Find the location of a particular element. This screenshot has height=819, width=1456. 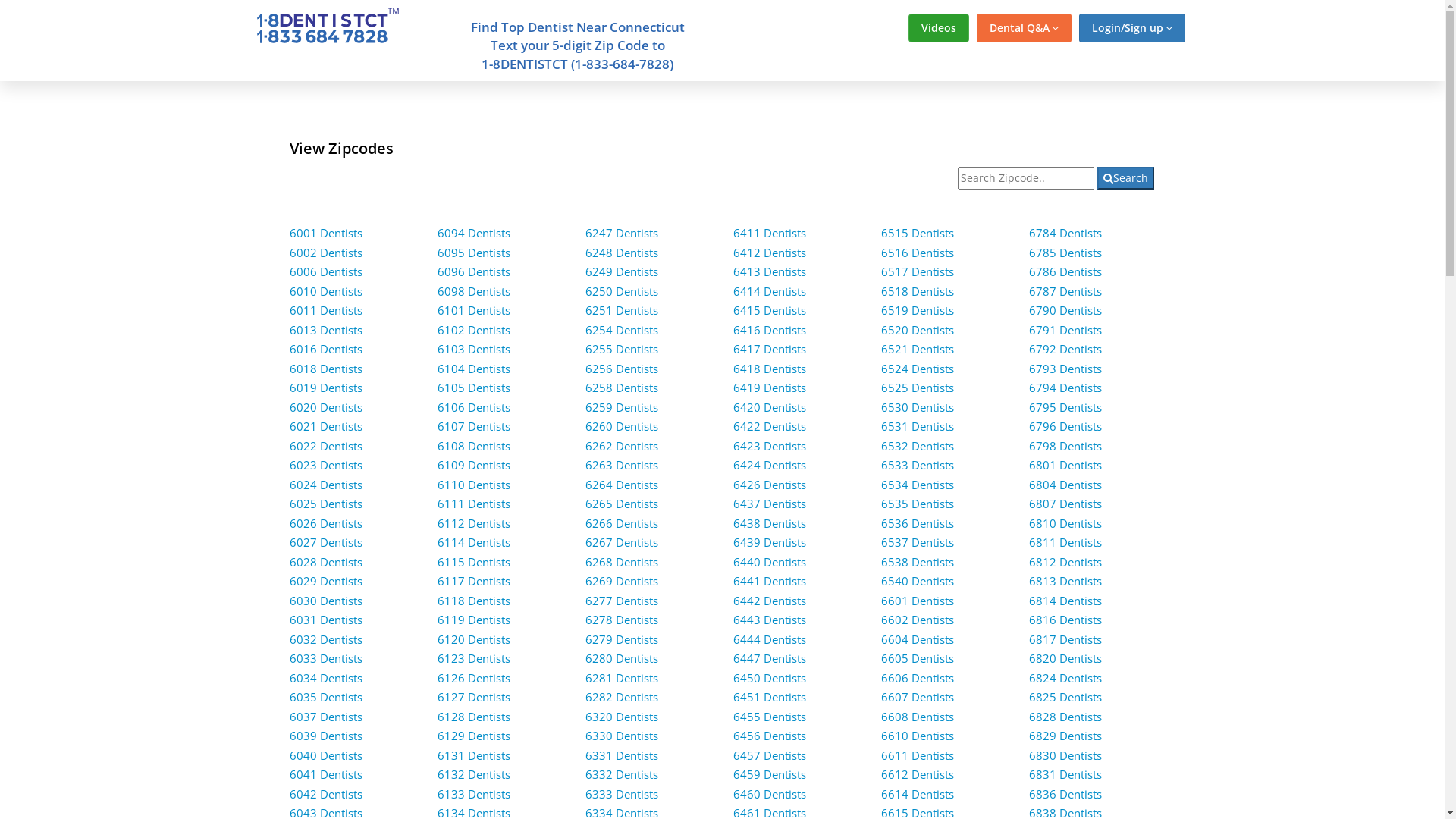

'6442 Dentists' is located at coordinates (769, 599).